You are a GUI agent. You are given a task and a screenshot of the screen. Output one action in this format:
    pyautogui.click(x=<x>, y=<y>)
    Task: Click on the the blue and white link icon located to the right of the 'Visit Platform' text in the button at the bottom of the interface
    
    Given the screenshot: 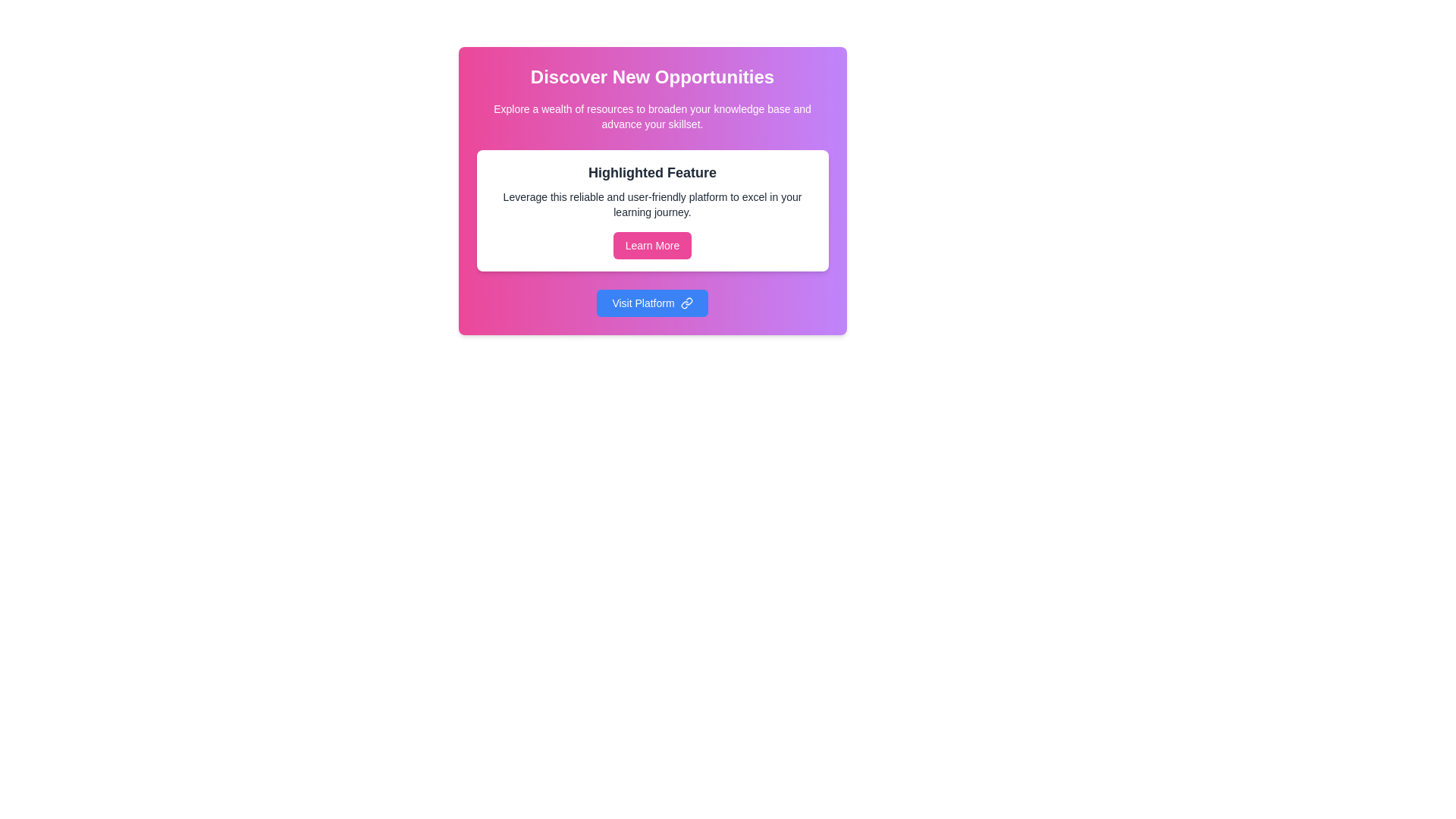 What is the action you would take?
    pyautogui.click(x=686, y=303)
    